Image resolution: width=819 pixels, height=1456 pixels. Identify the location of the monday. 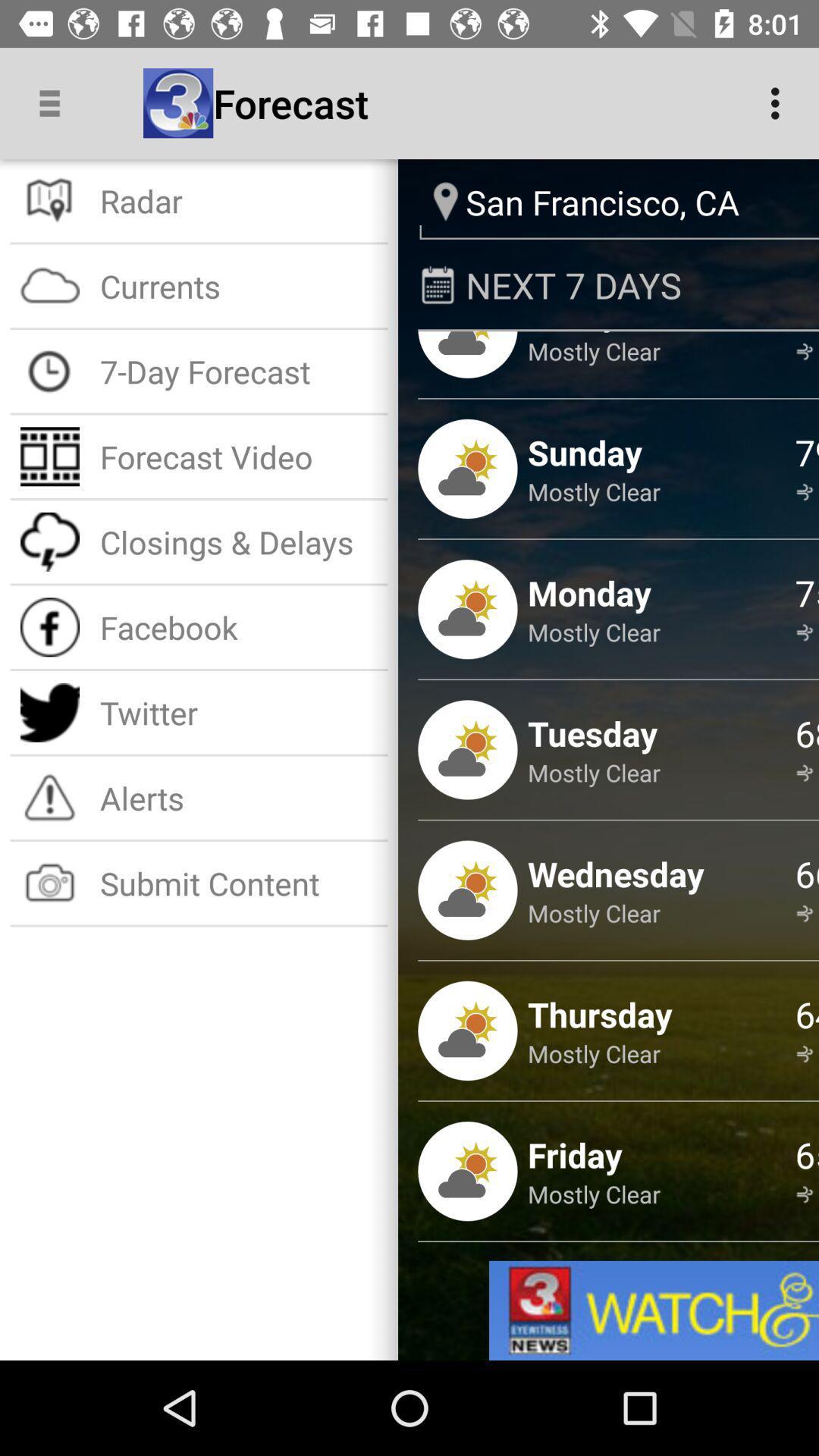
(588, 591).